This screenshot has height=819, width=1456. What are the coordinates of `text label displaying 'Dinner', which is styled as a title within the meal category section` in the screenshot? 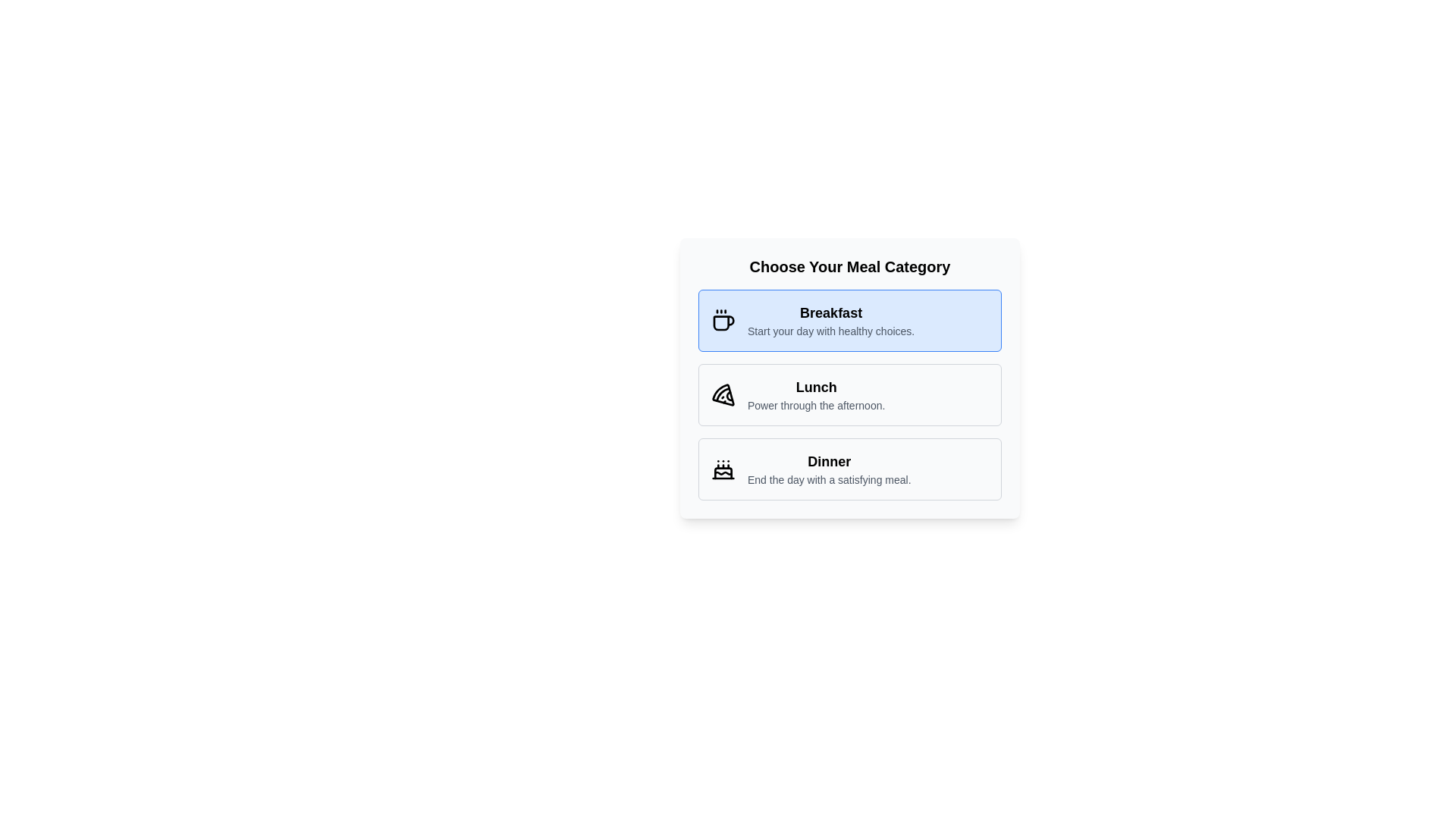 It's located at (828, 461).